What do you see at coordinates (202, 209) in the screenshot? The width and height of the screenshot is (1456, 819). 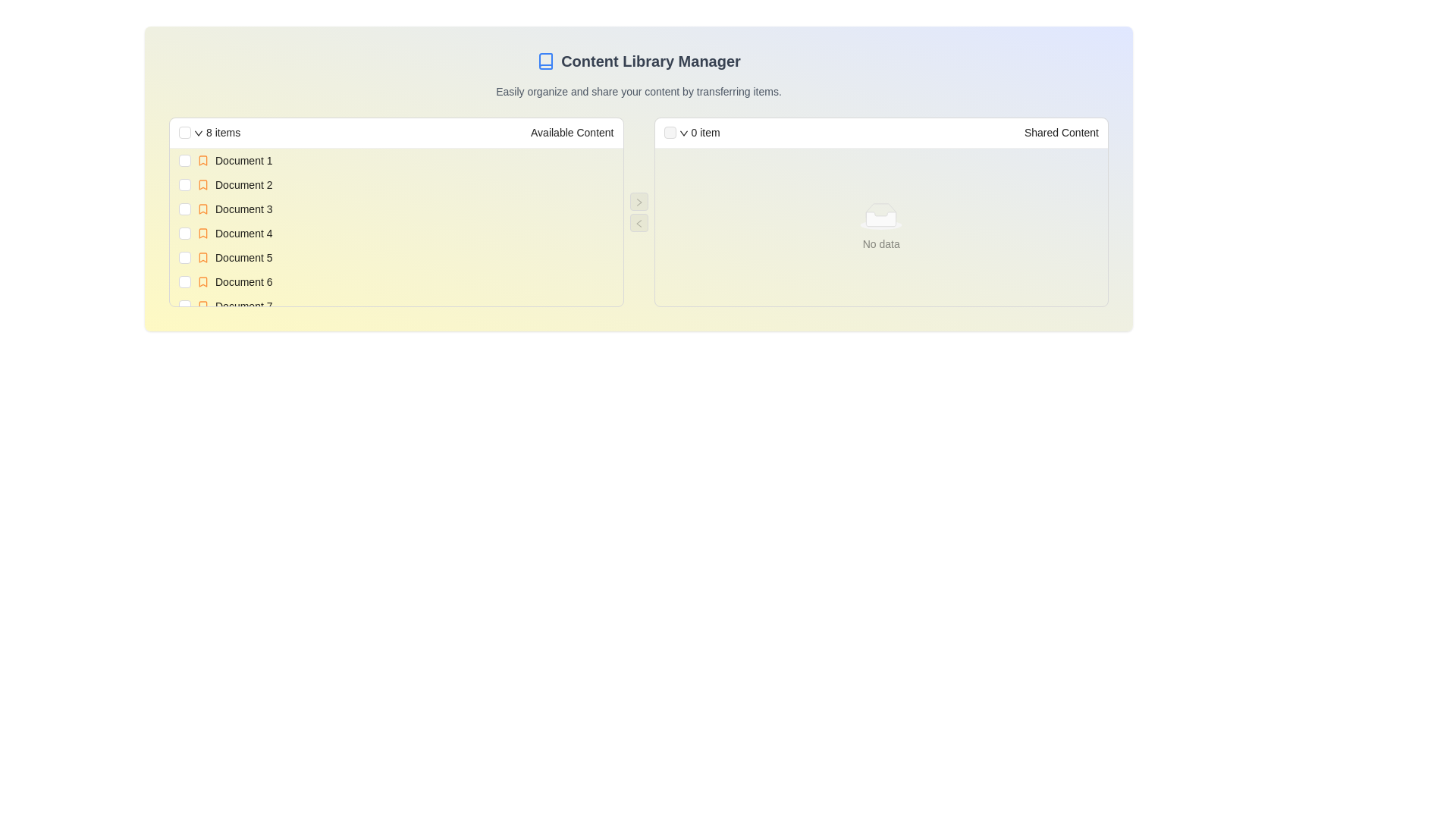 I see `the orange bookmark icon located next to 'Document 3' in the left-side panel` at bounding box center [202, 209].